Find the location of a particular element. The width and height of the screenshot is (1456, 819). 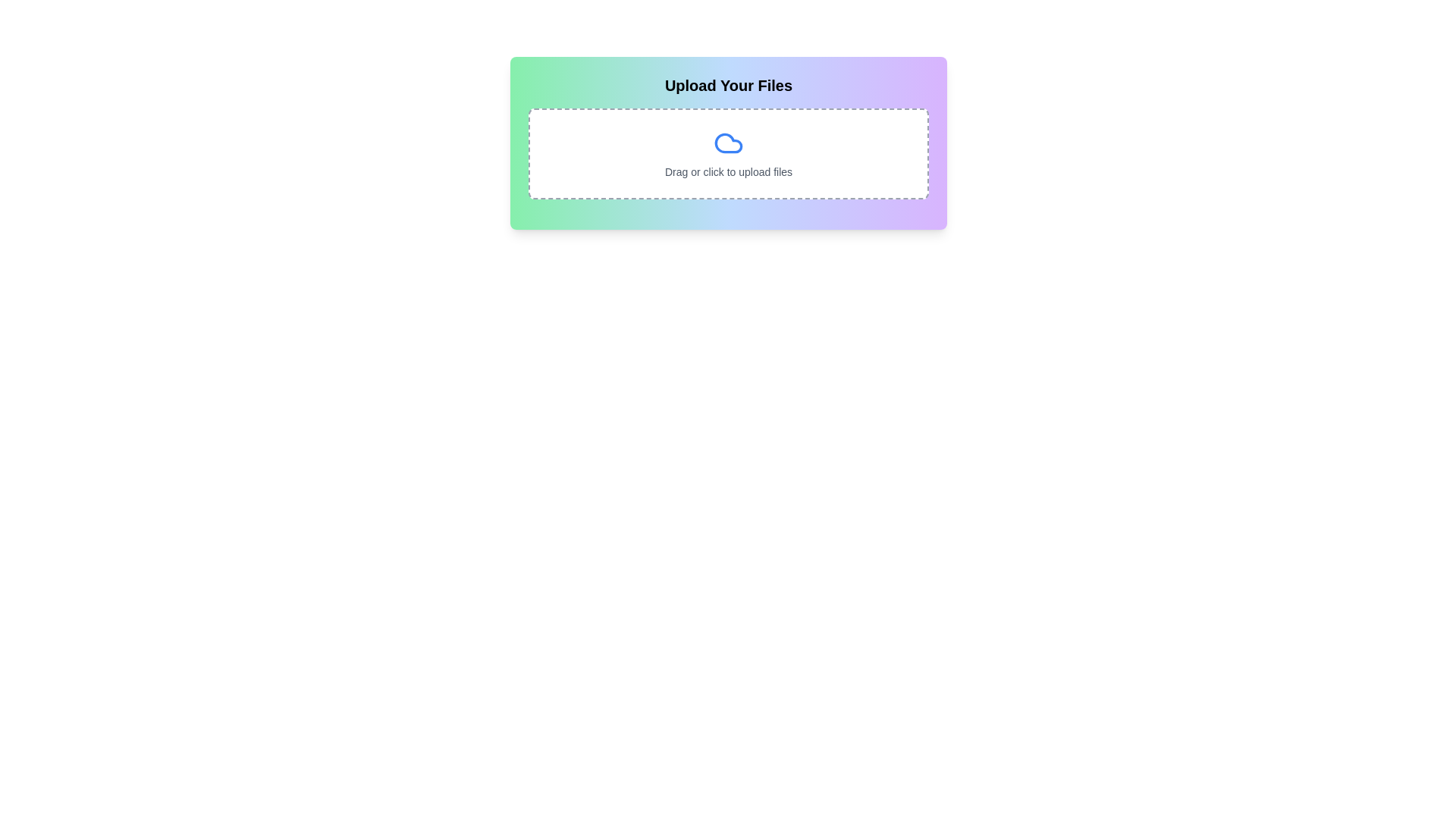

the File Upload Zone located beneath the header text 'Upload Your Files' is located at coordinates (728, 154).